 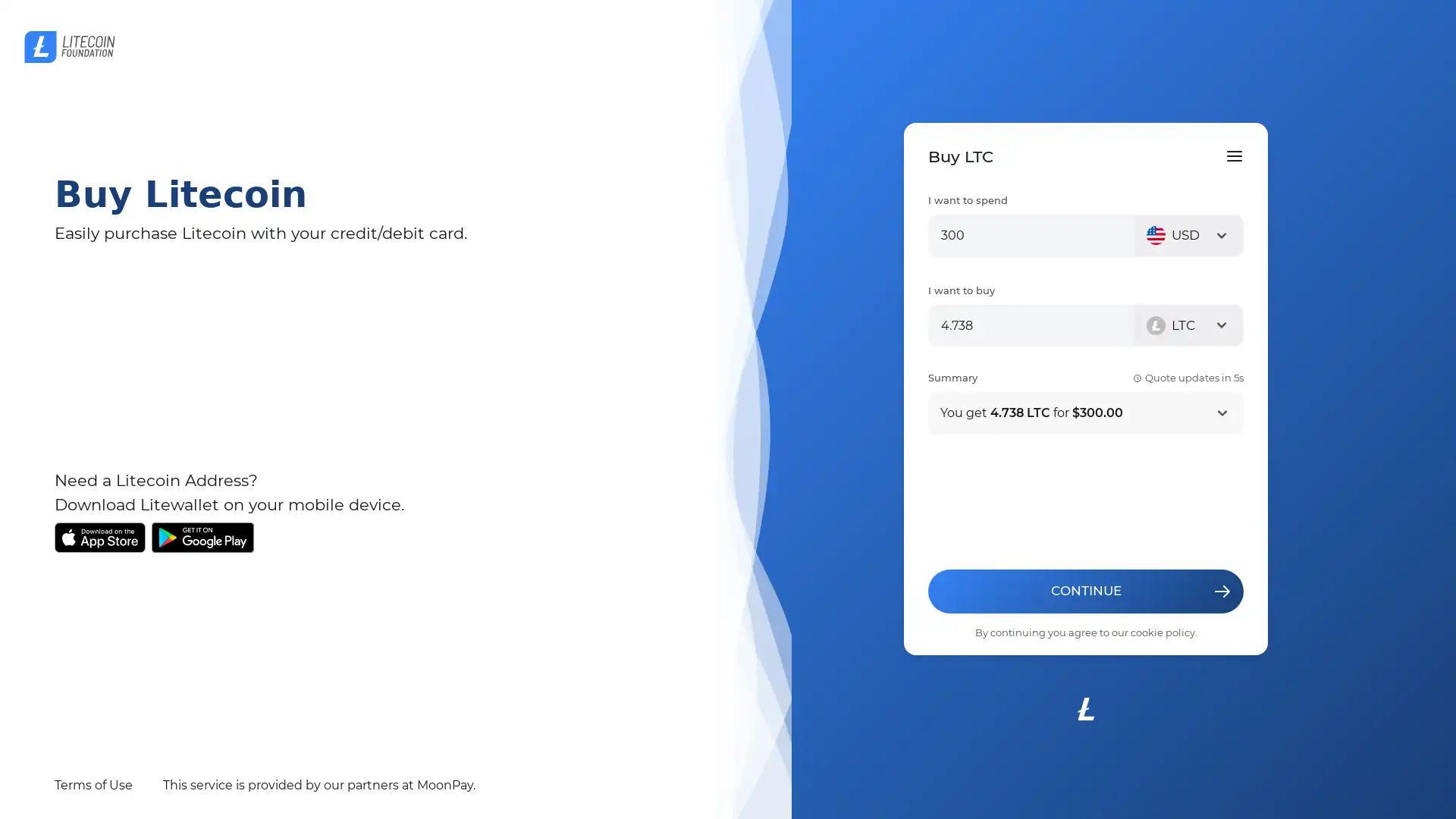 I want to click on You get 4.738 LTC for $300.00, so click(x=1084, y=412).